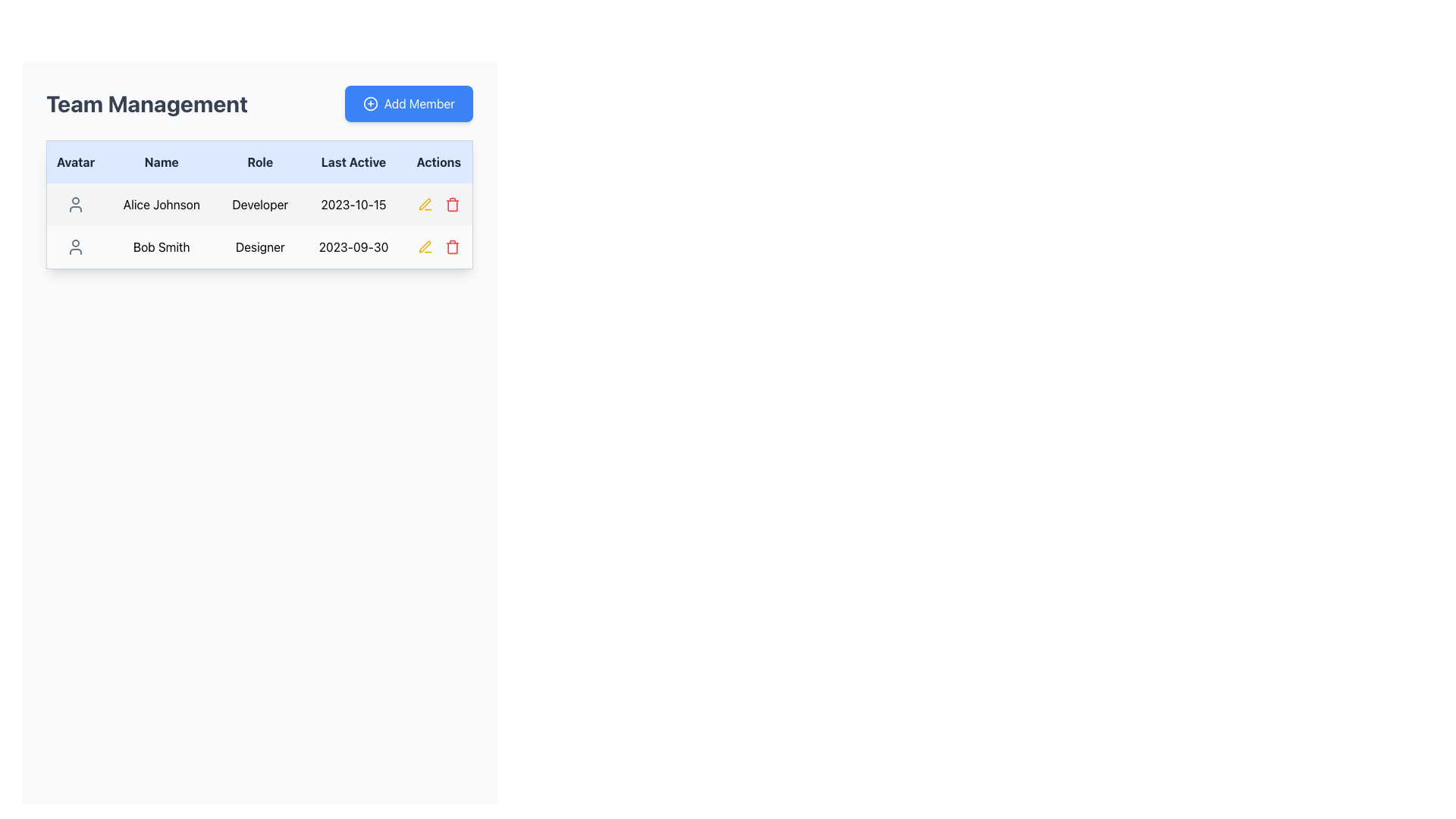 The height and width of the screenshot is (819, 1456). I want to click on the addition icon located to the left of the 'Add Member' text within the blue button in the top-right section of the 'Team Management' panel, so click(370, 103).